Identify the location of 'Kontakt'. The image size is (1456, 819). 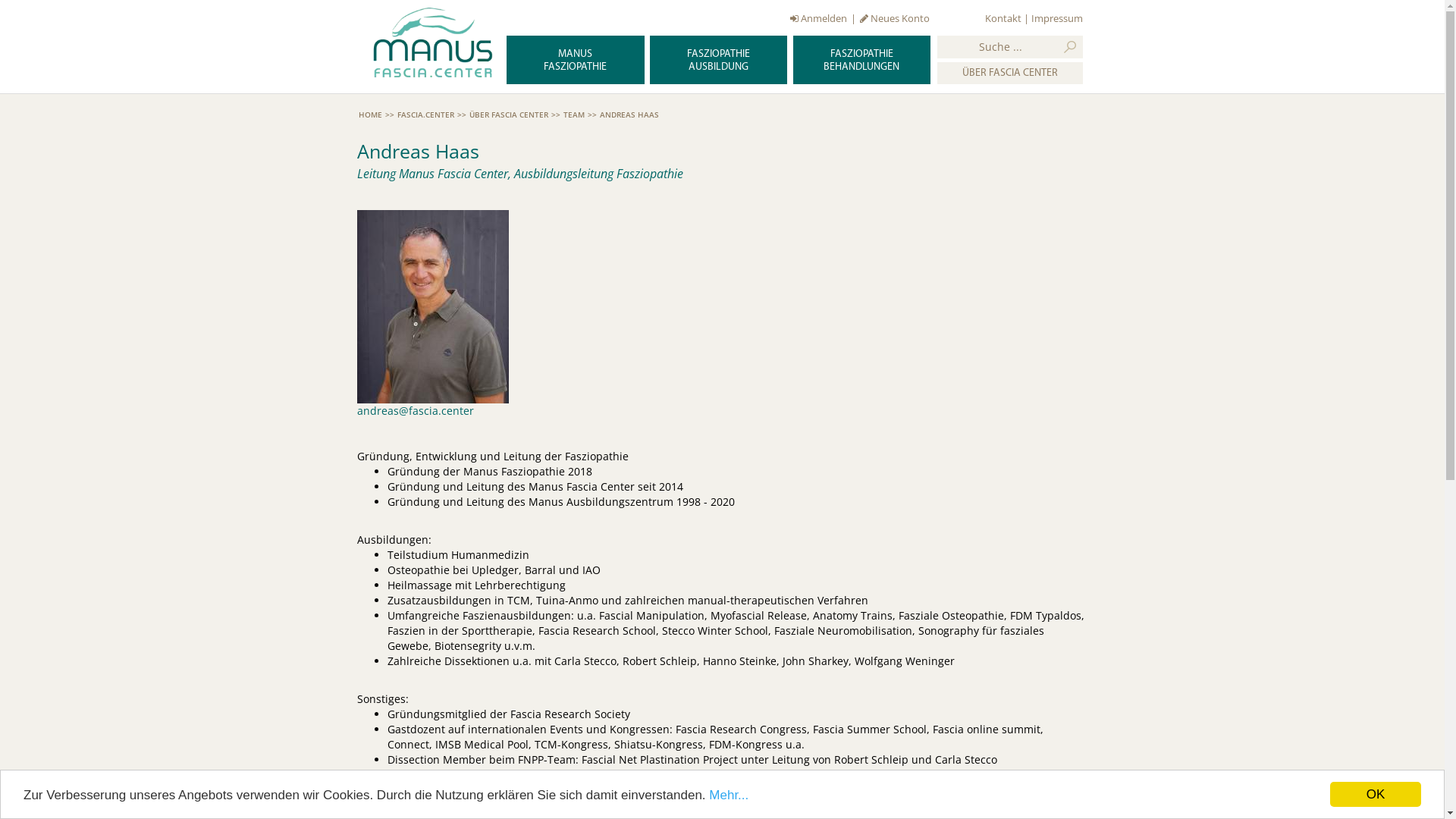
(985, 17).